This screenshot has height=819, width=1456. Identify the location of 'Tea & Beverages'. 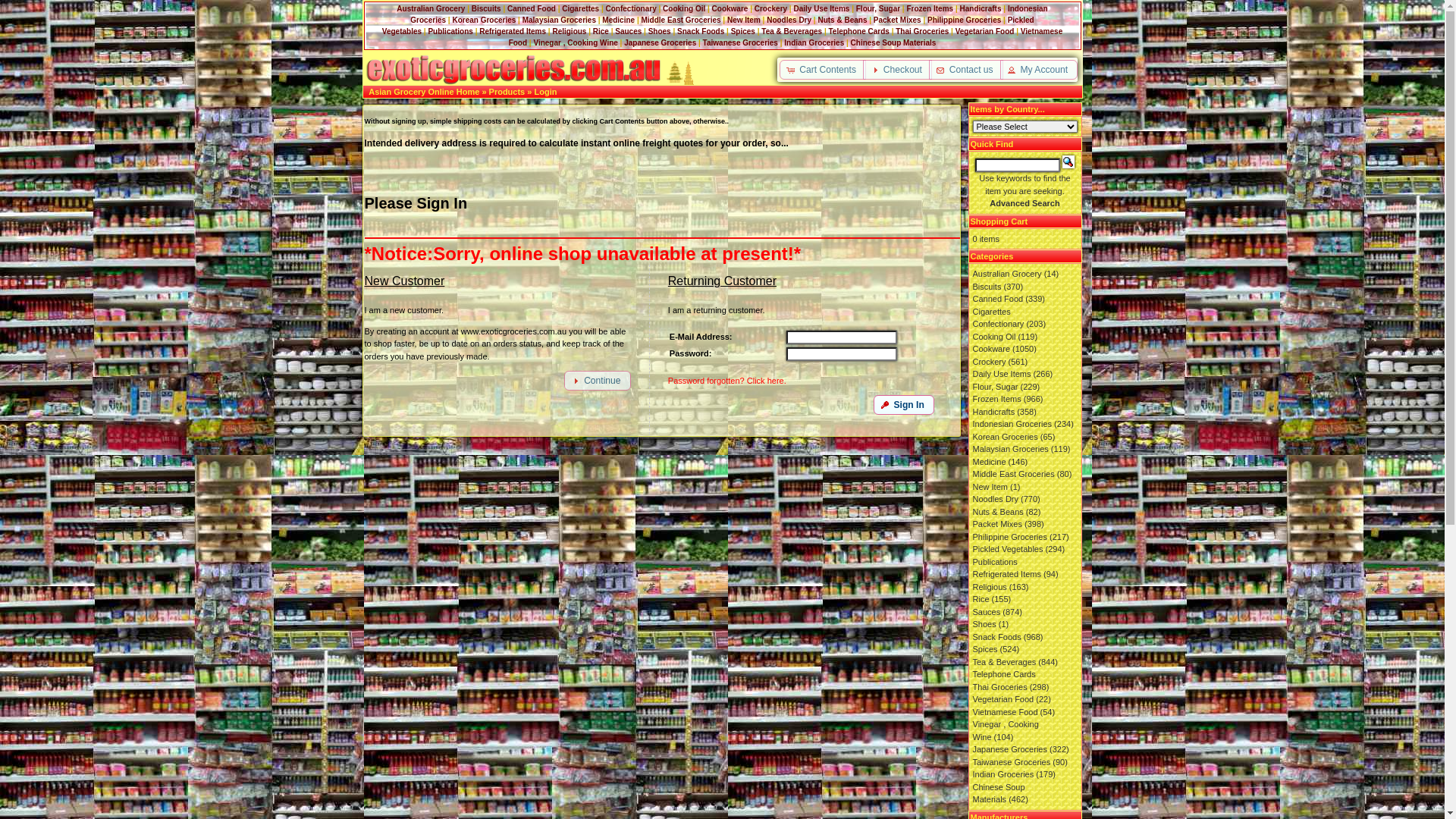
(790, 31).